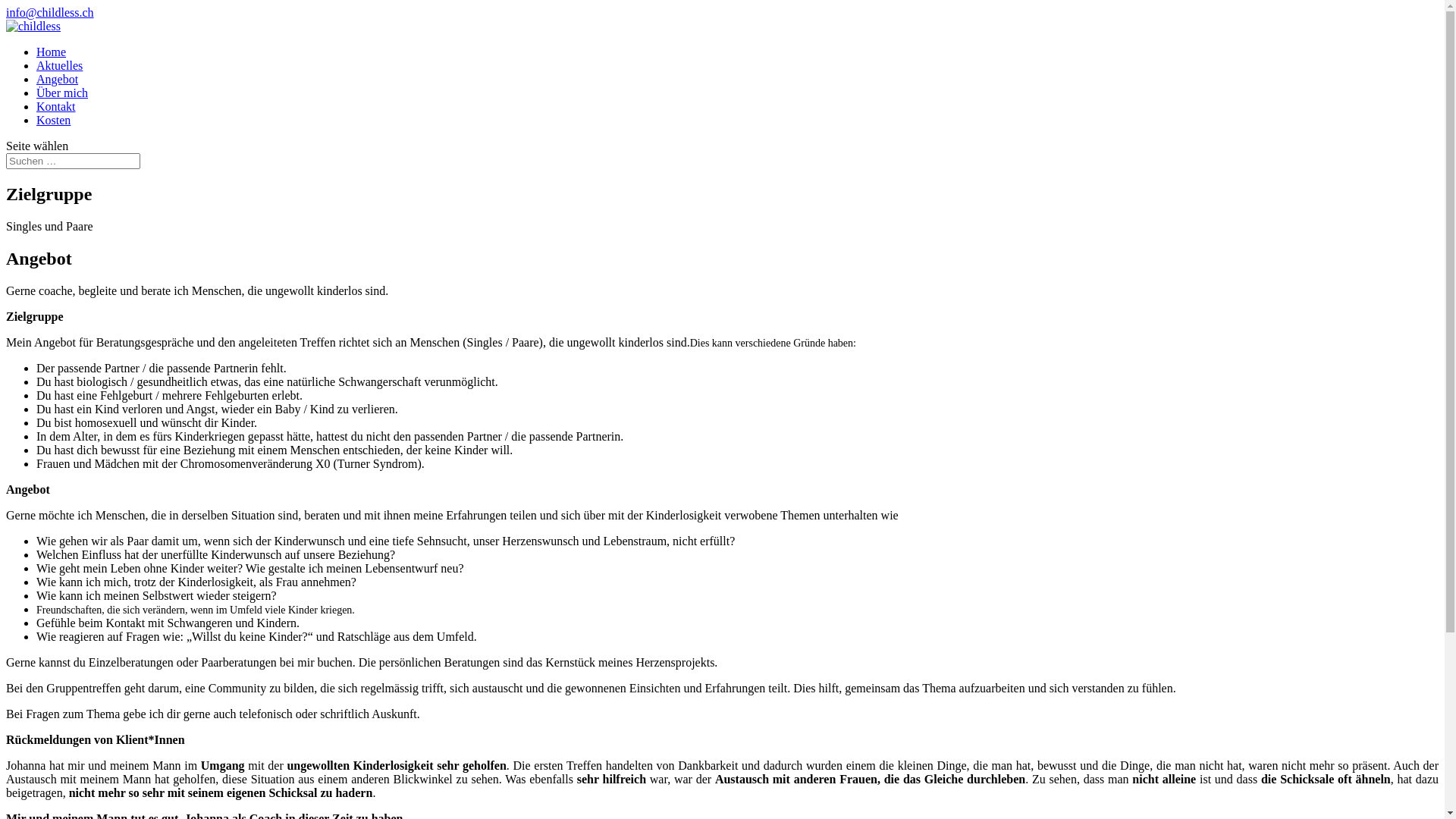 The image size is (1456, 819). What do you see at coordinates (55, 105) in the screenshot?
I see `'Kontakt'` at bounding box center [55, 105].